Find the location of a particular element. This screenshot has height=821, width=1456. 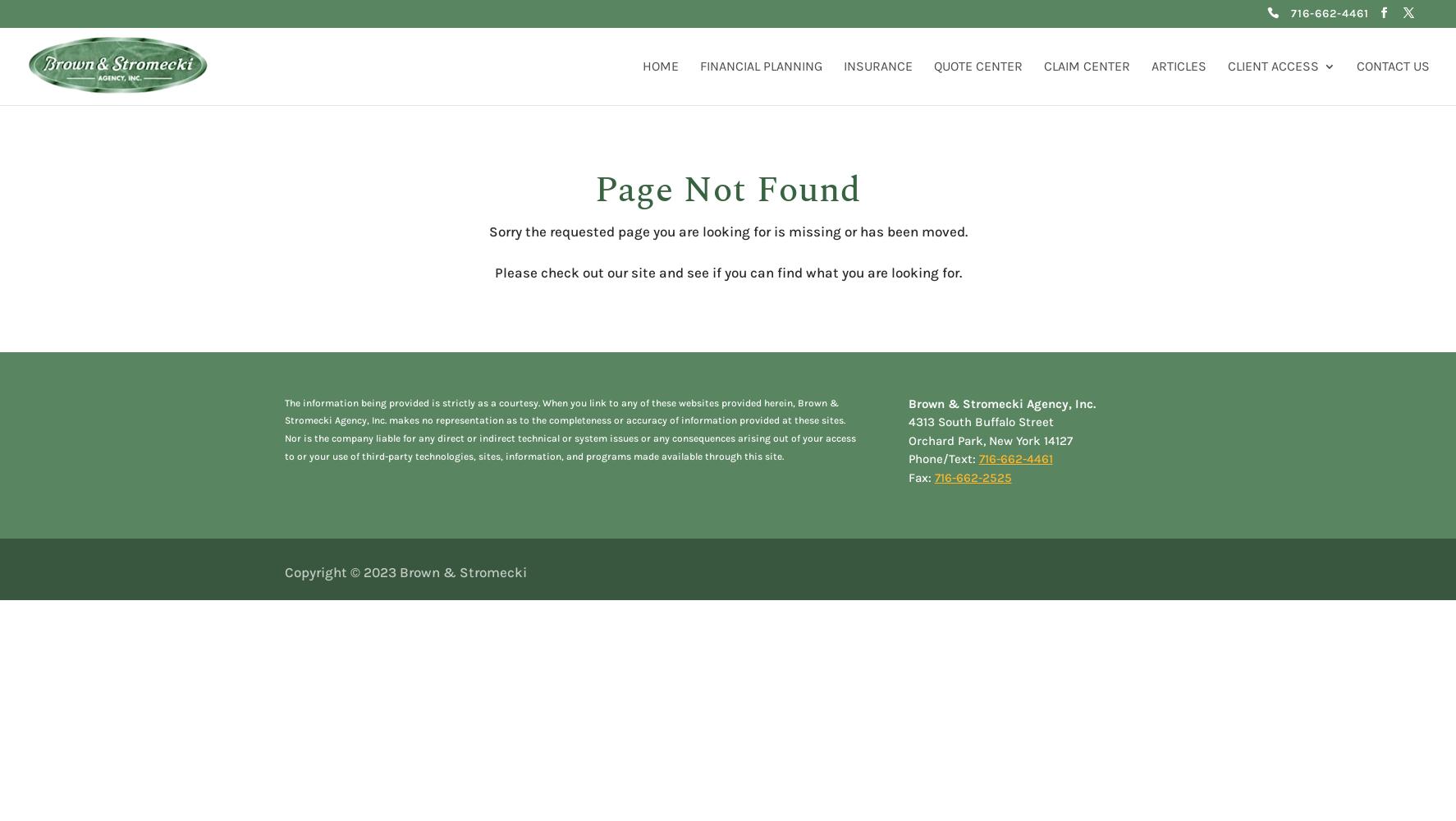

'Sorry the requested page you are looking for is missing or has been moved.' is located at coordinates (727, 232).